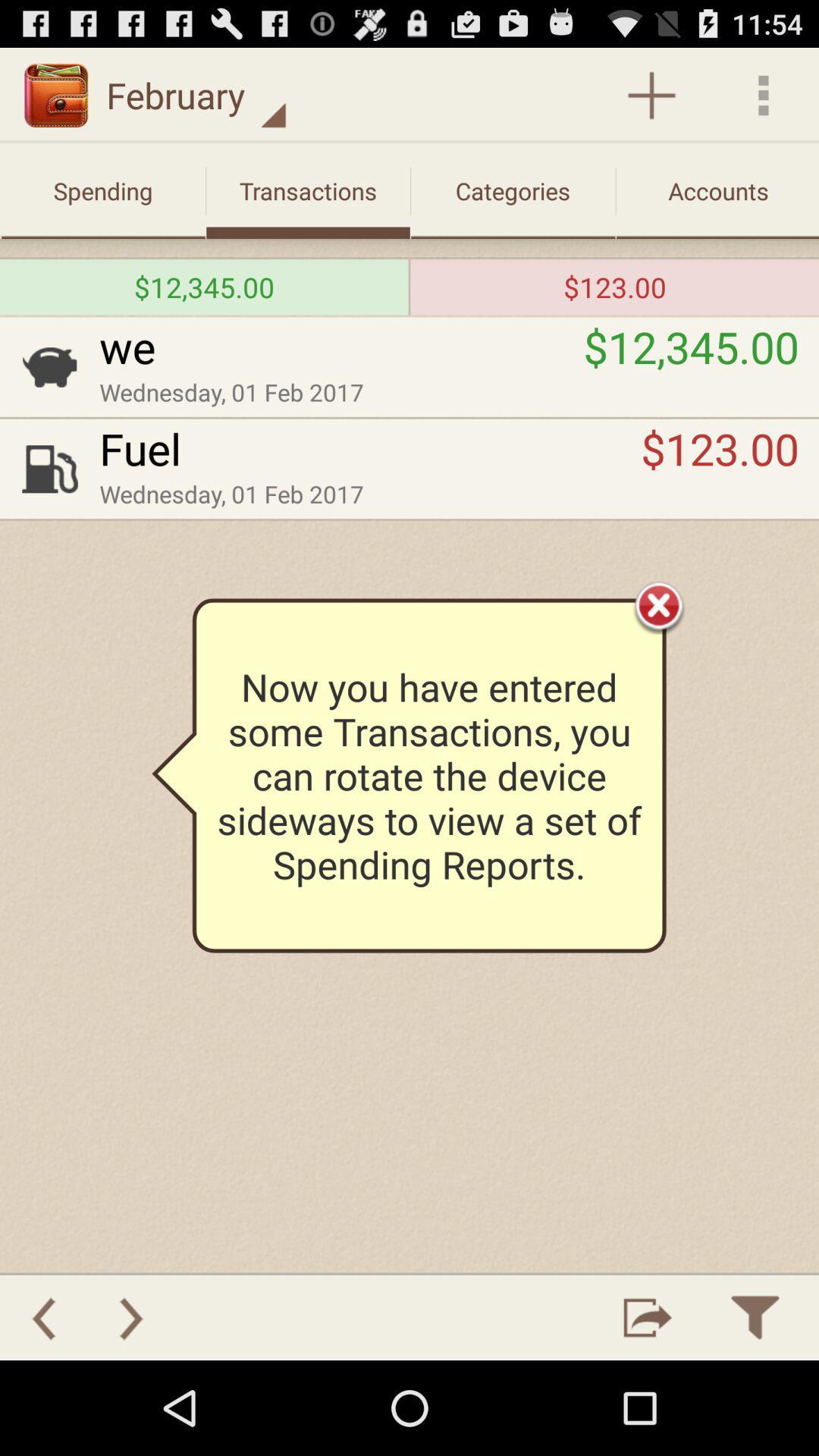 This screenshot has height=1456, width=819. I want to click on the icon above the spending, so click(196, 94).